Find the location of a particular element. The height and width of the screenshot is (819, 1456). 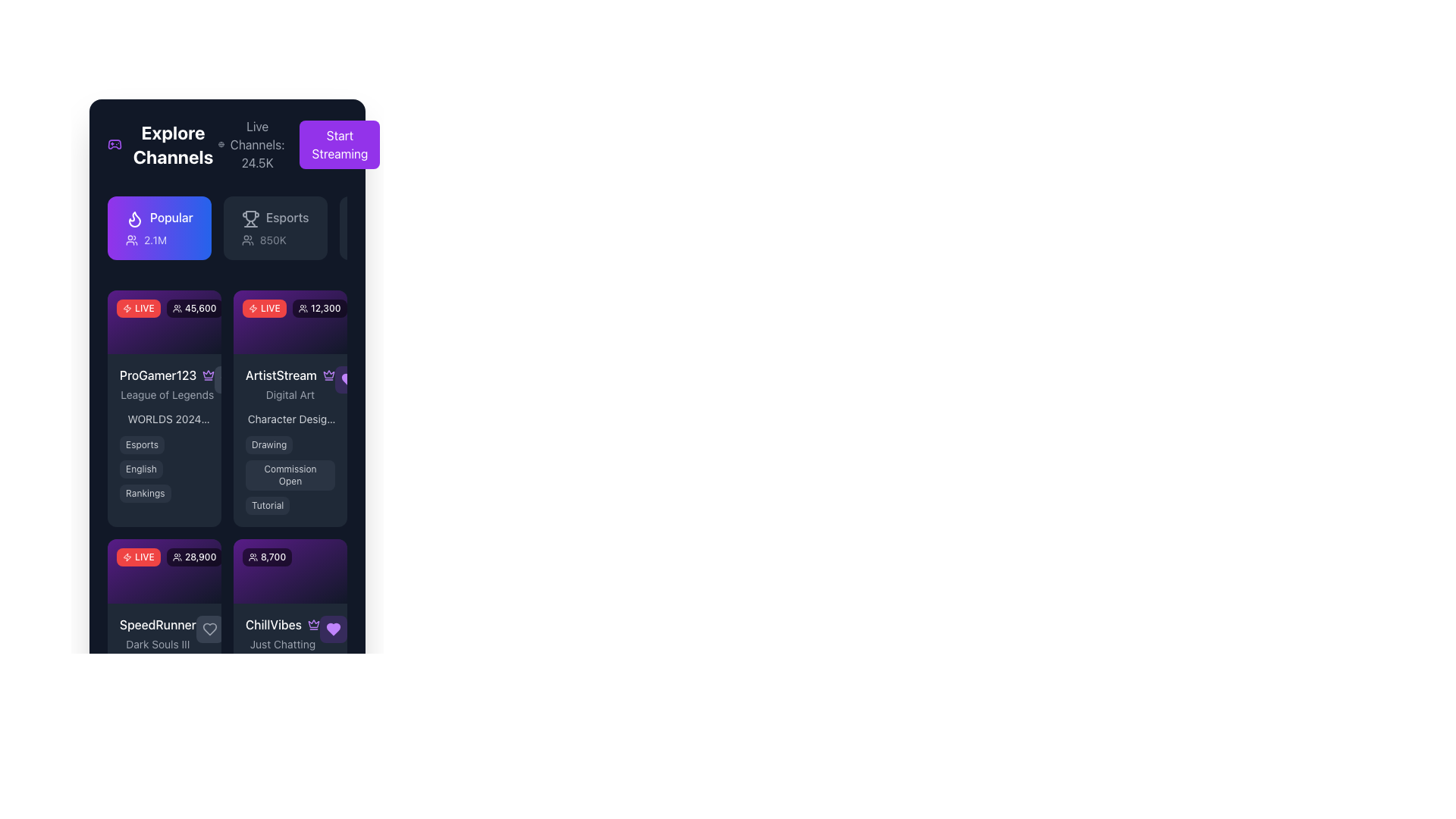

the 'Rankings' label, which is displayed in a dark gray button-like element with rounded edges, located as the third item in a vertical list of elements within a card layout is located at coordinates (145, 494).